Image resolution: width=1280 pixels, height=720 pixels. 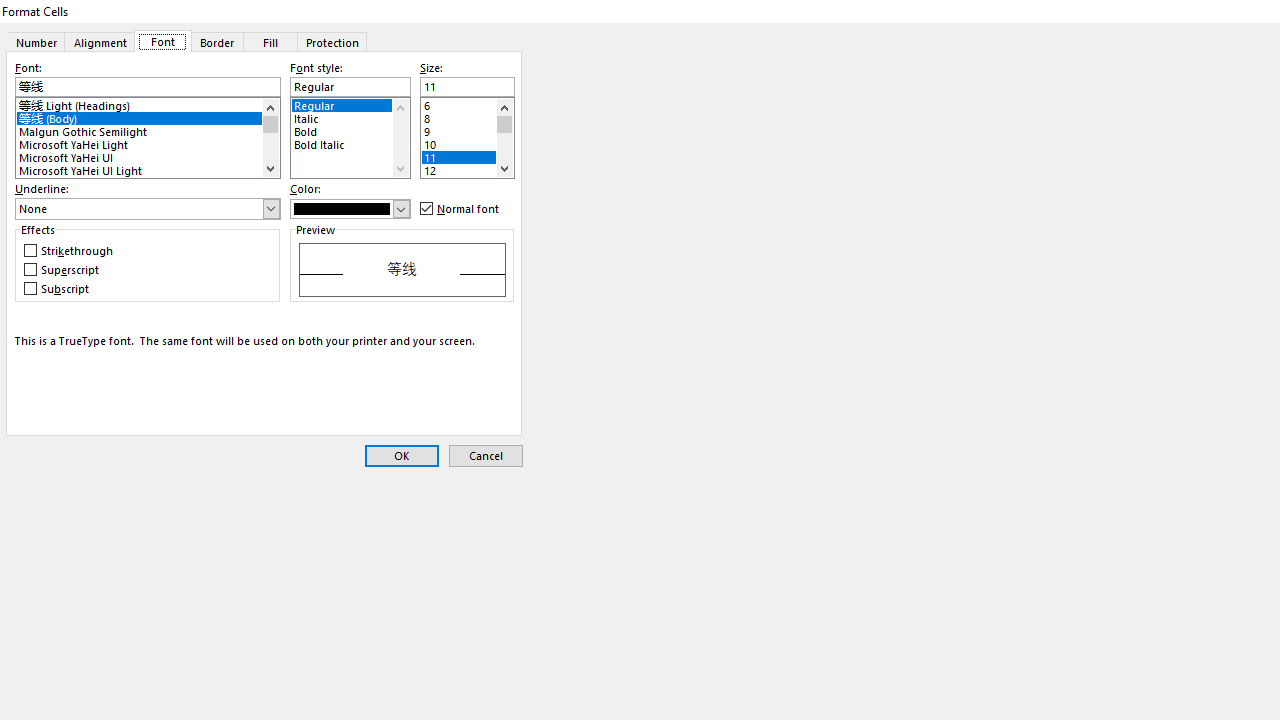 What do you see at coordinates (58, 288) in the screenshot?
I see `'Subscript'` at bounding box center [58, 288].